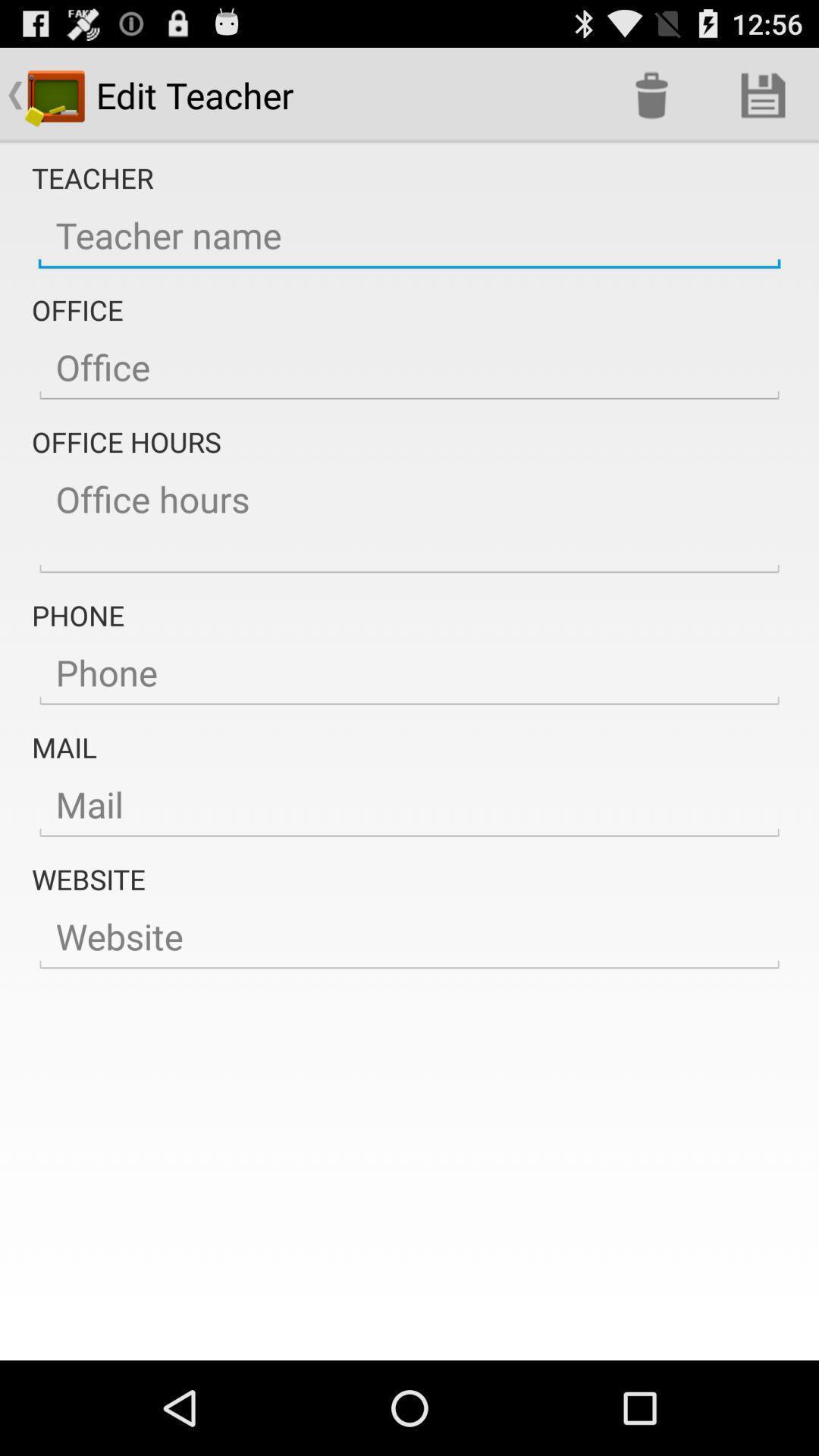  What do you see at coordinates (409, 804) in the screenshot?
I see `e-mail` at bounding box center [409, 804].